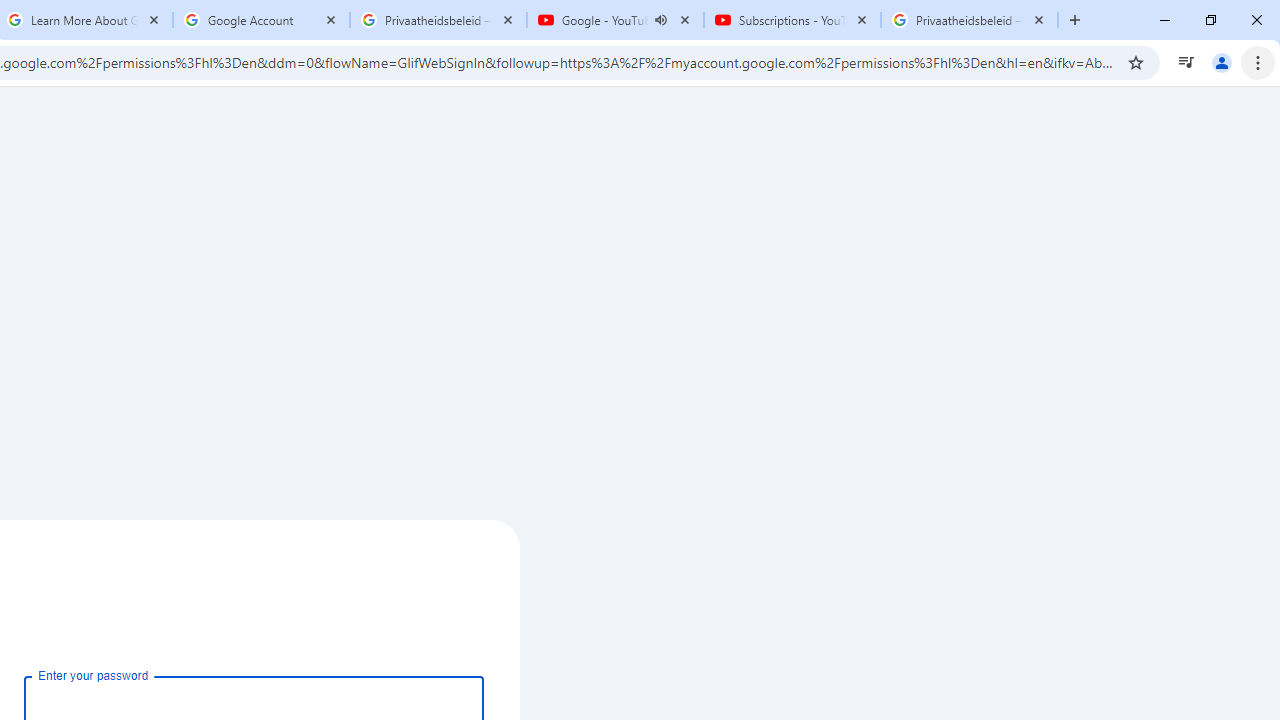 This screenshot has width=1280, height=720. What do you see at coordinates (661, 20) in the screenshot?
I see `'Mute tab'` at bounding box center [661, 20].